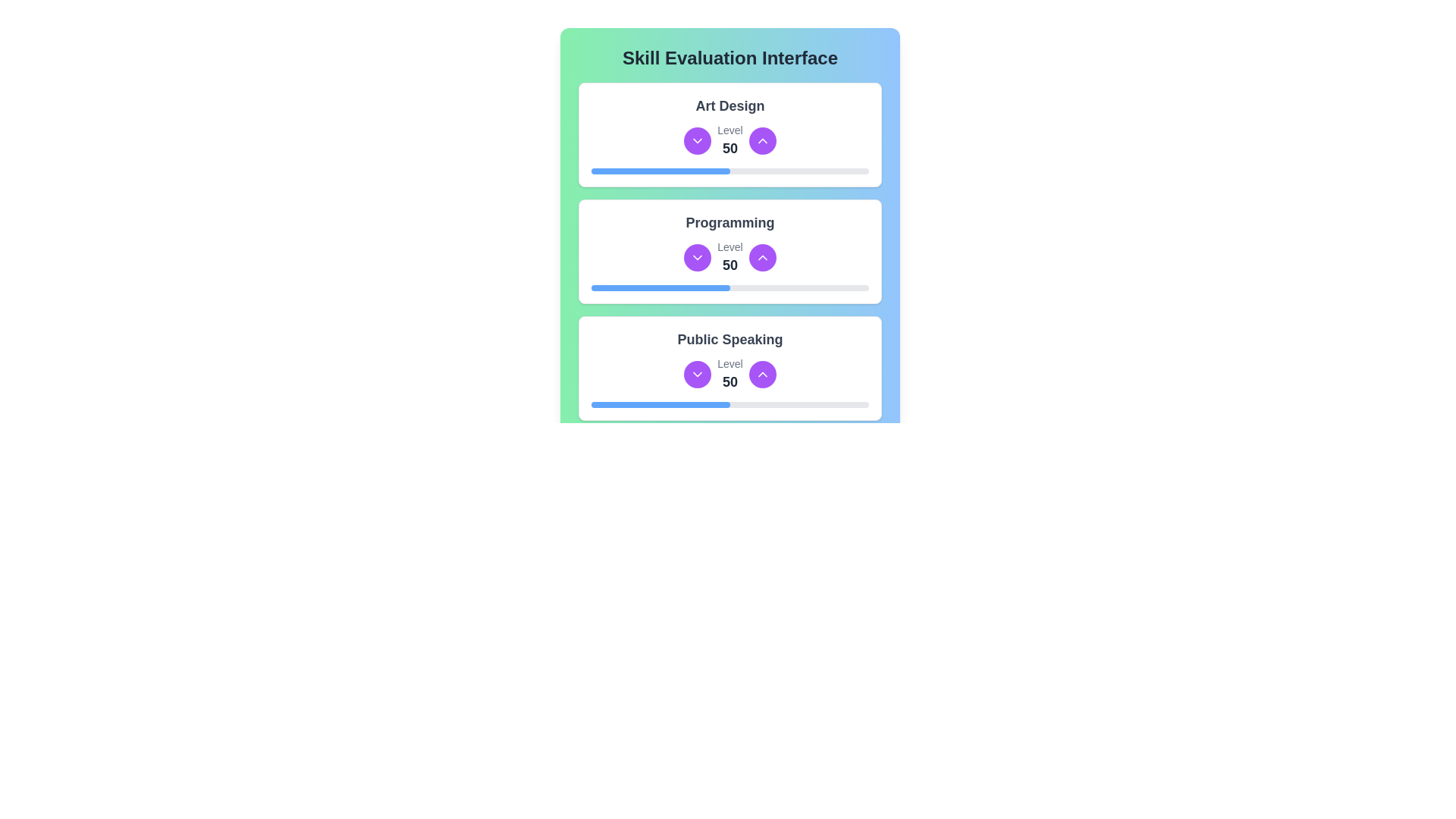 This screenshot has width=1456, height=819. I want to click on the blue filled portion of the progress bar representing the completion of the 'Art Design' skill in the Skill Evaluation Interface, so click(661, 171).